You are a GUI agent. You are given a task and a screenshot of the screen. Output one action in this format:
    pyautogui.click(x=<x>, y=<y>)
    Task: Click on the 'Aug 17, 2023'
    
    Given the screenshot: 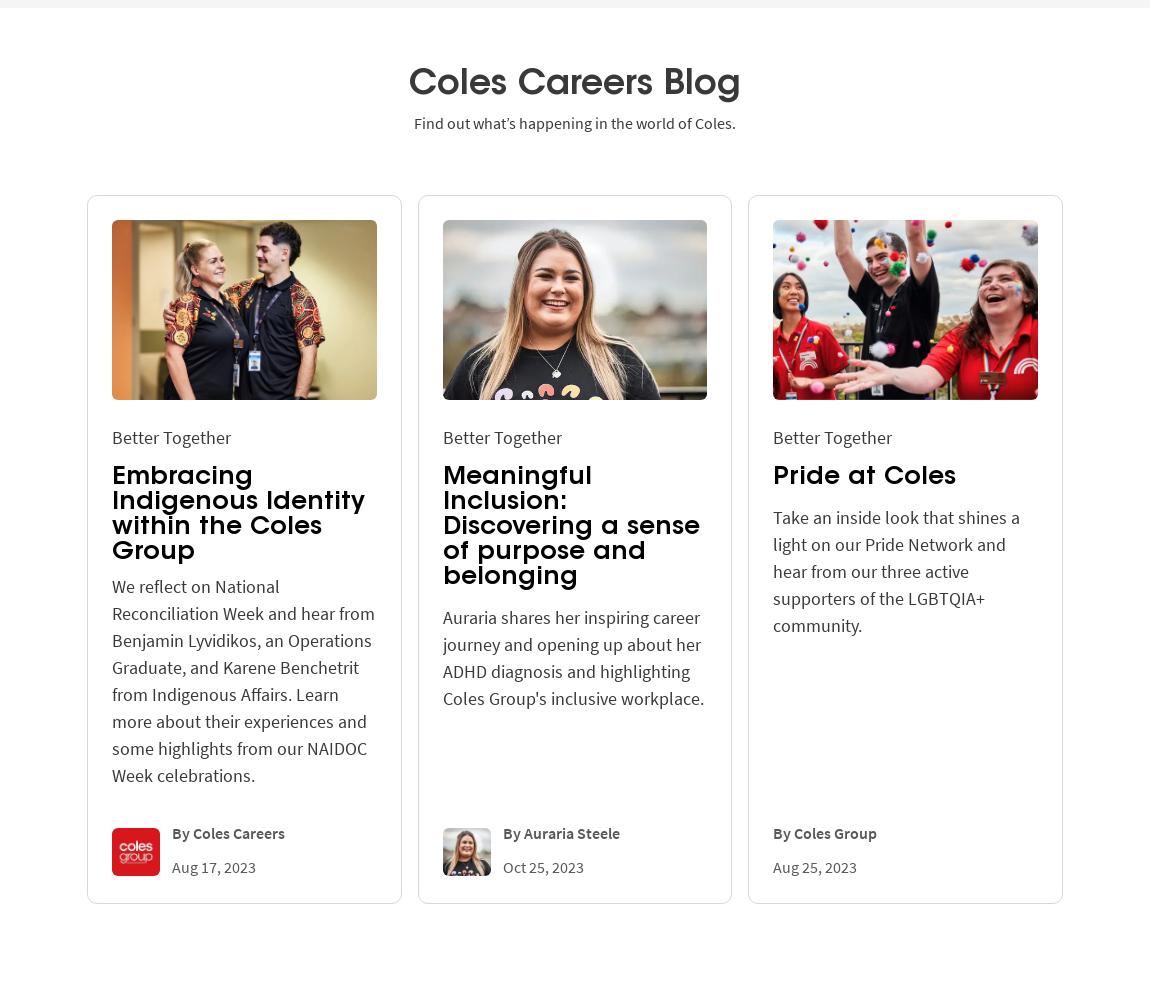 What is the action you would take?
    pyautogui.click(x=213, y=865)
    